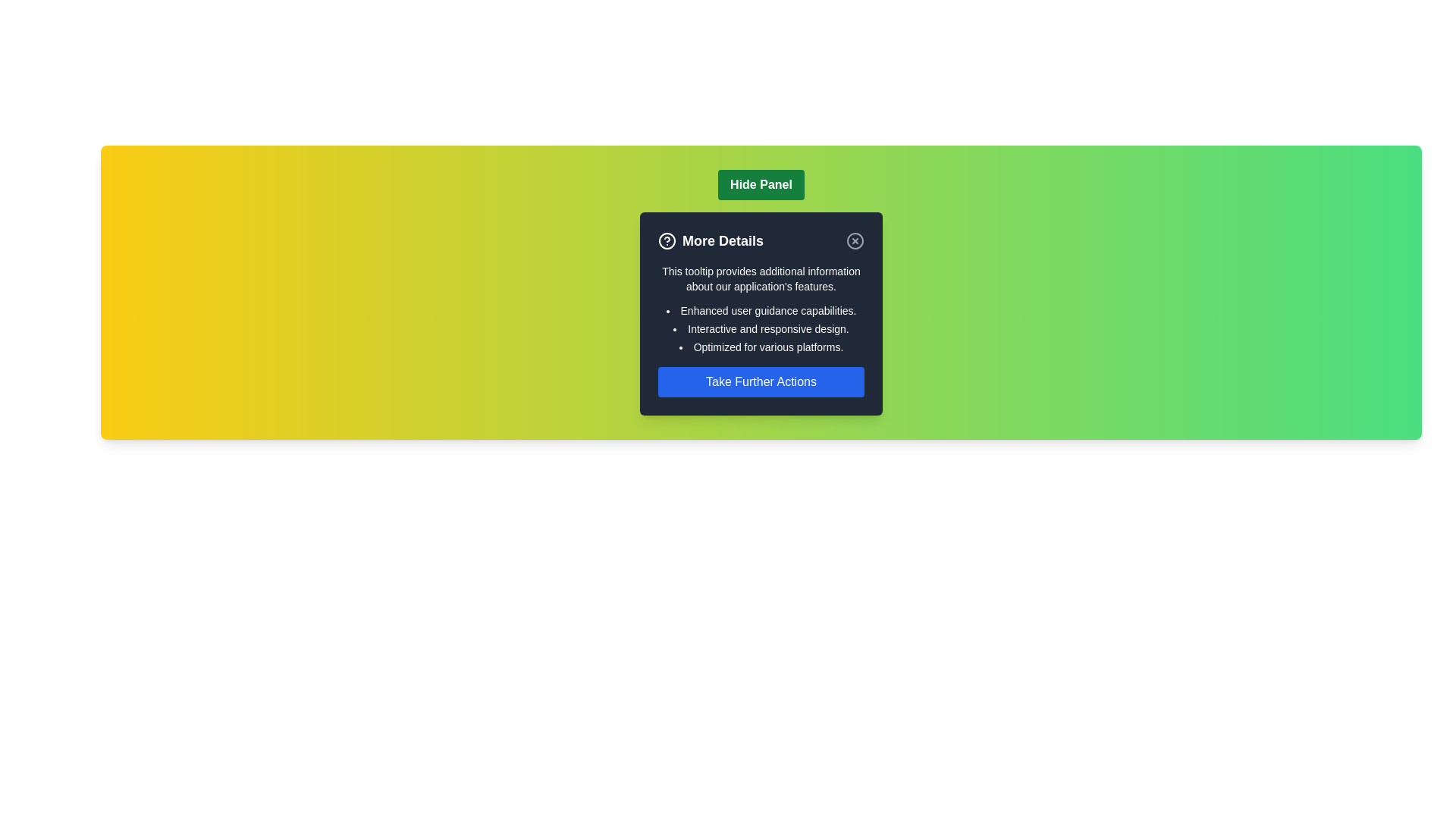  What do you see at coordinates (667, 240) in the screenshot?
I see `the circular icon with a question mark symbol located` at bounding box center [667, 240].